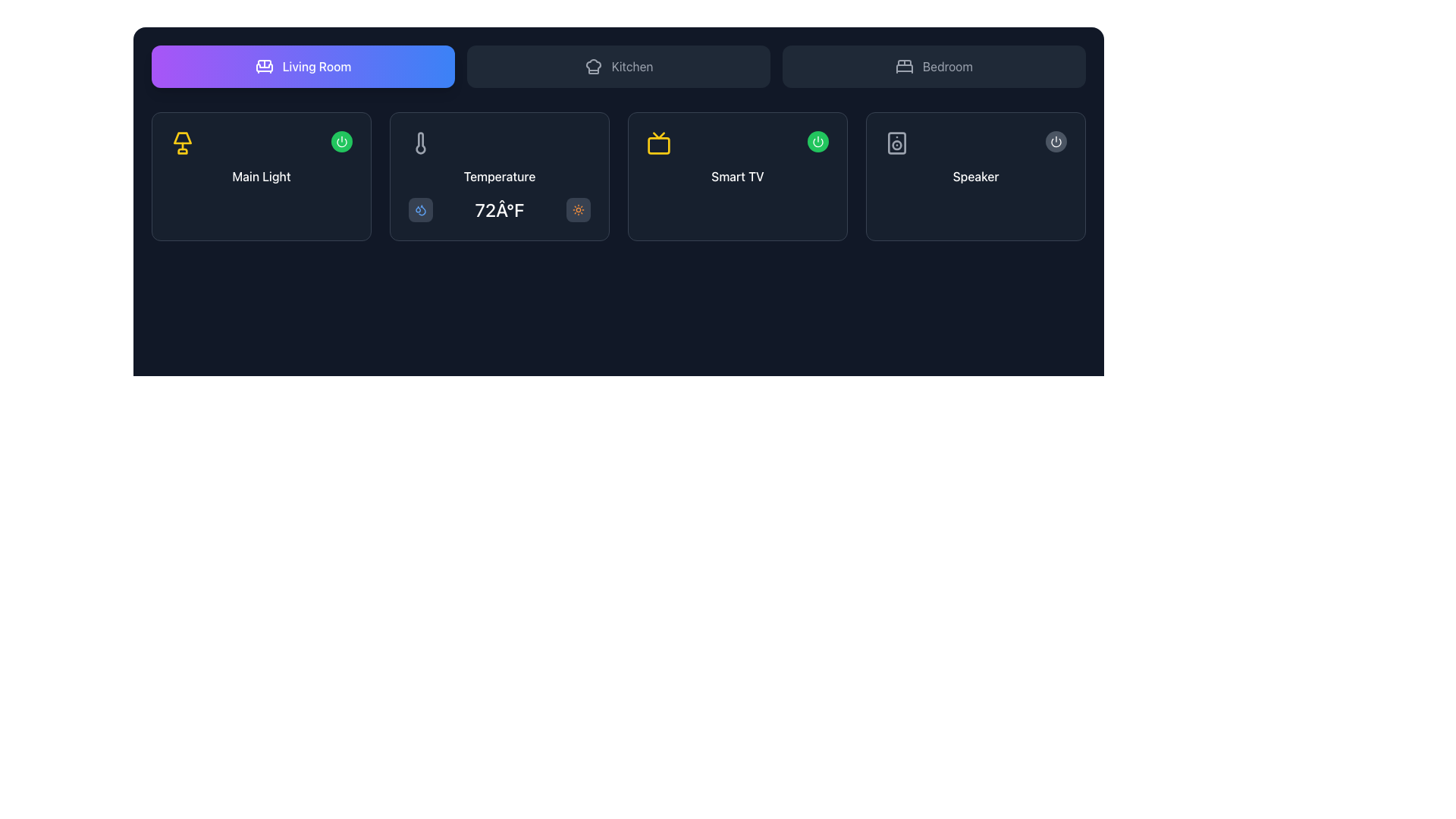  I want to click on the static text display showing the temperature value '72°F', which is located in the 'Temperature' card of the control panel interface, so click(499, 210).